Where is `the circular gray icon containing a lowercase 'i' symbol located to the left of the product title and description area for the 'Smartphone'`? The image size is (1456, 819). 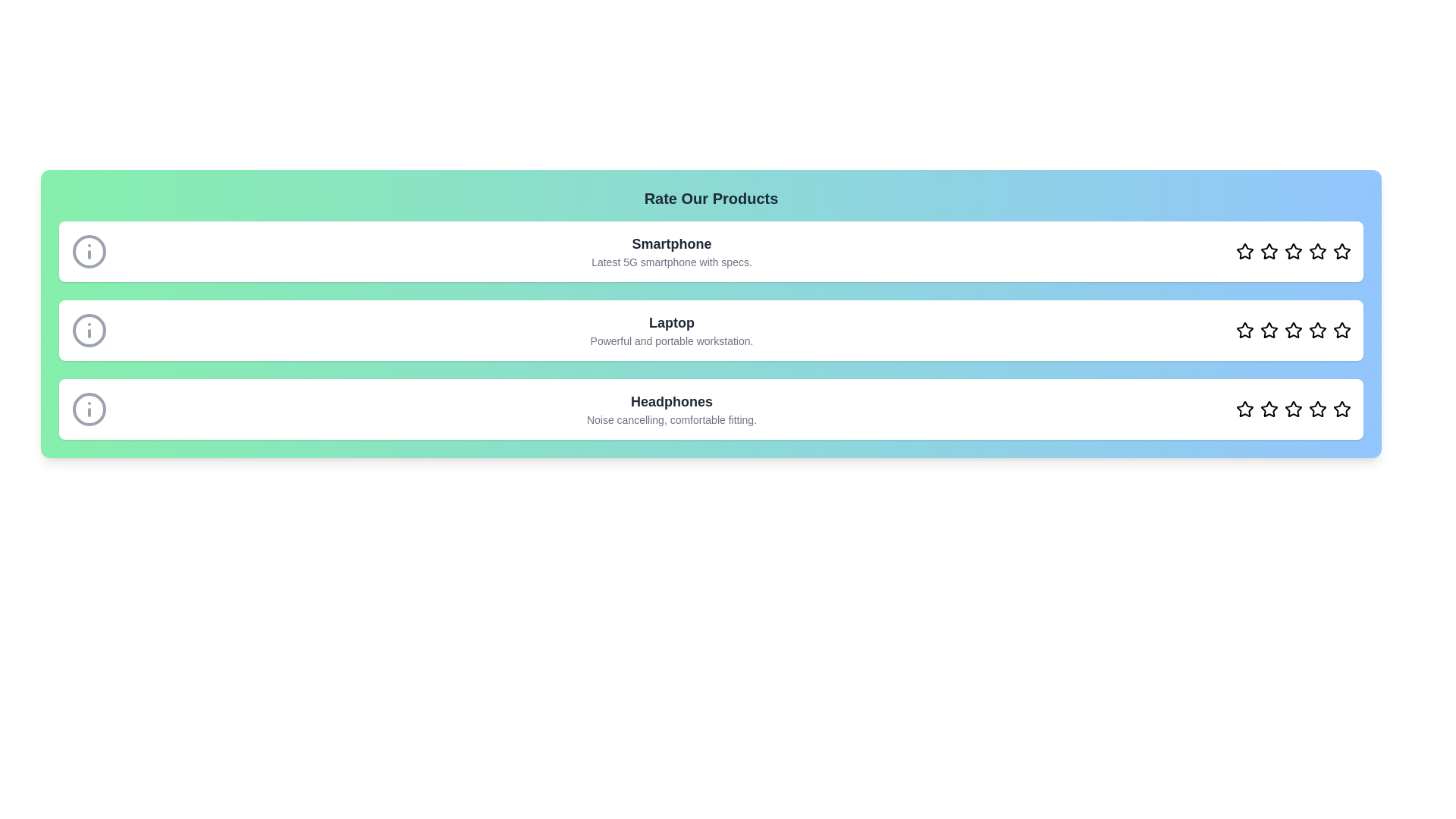
the circular gray icon containing a lowercase 'i' symbol located to the left of the product title and description area for the 'Smartphone' is located at coordinates (89, 250).